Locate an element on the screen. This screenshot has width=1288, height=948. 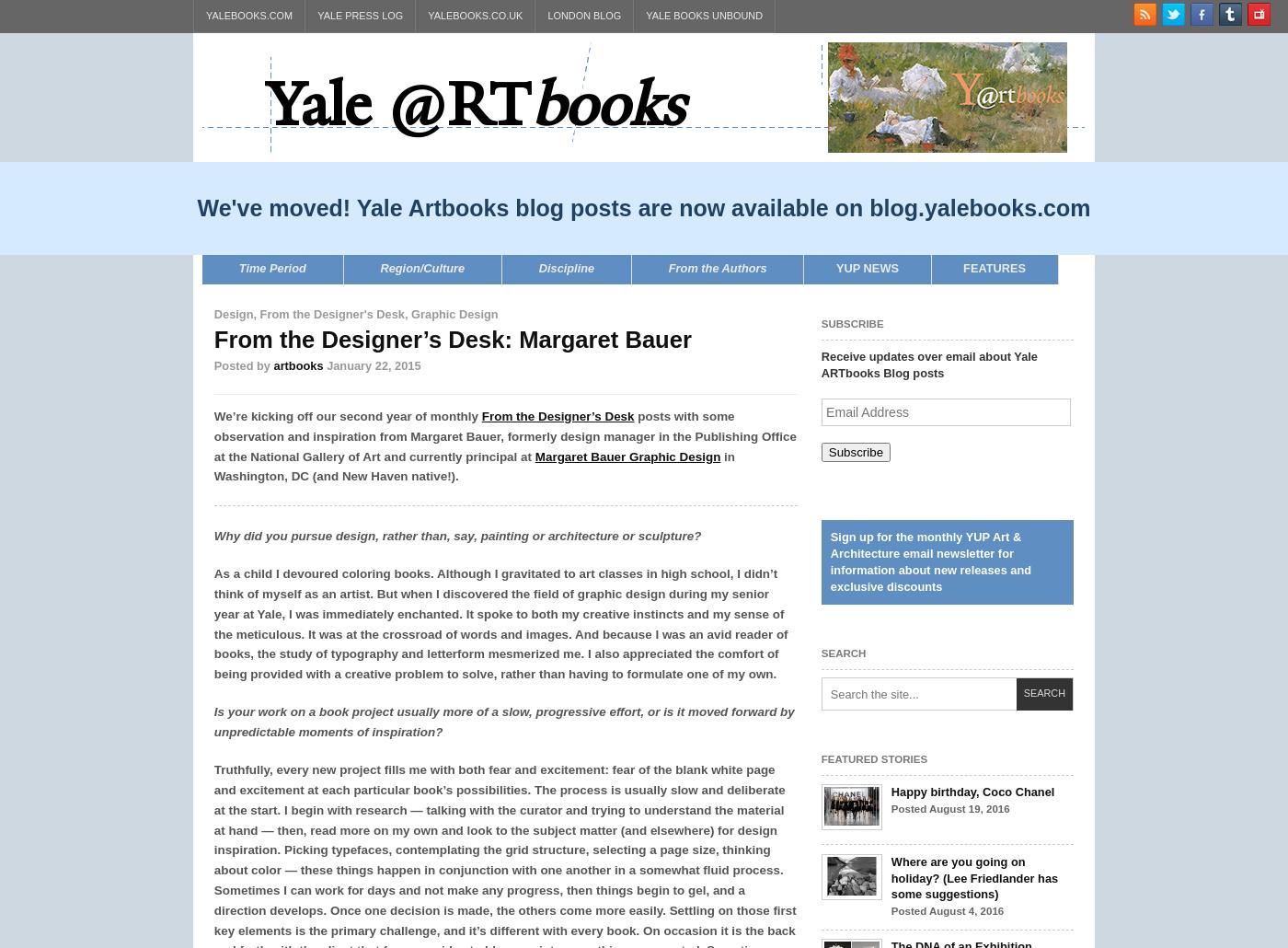
'Why did you pursue design, rather than, say, painting or architecture or sculpture?' is located at coordinates (457, 536).